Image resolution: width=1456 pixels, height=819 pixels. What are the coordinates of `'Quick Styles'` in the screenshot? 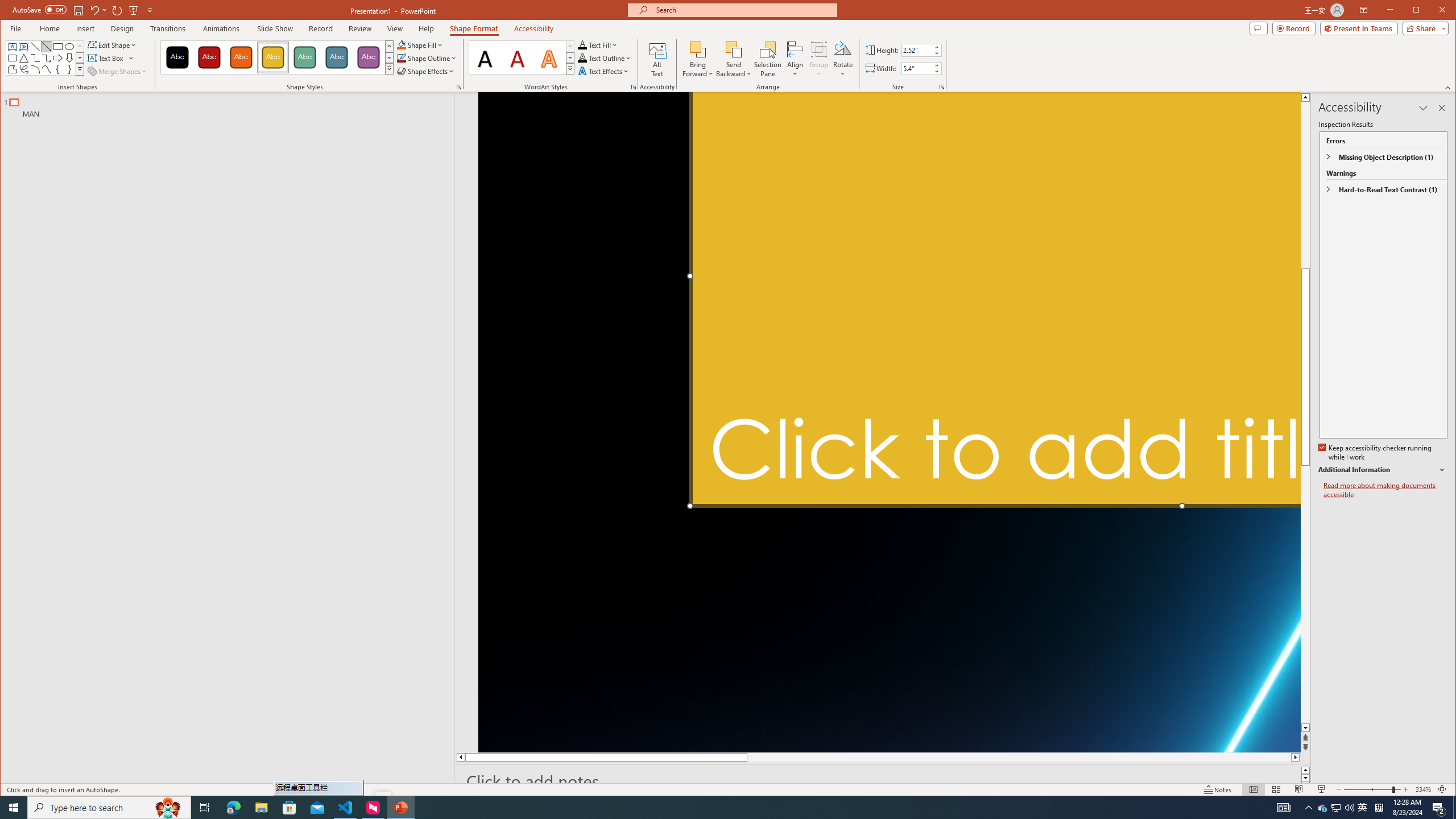 It's located at (570, 68).